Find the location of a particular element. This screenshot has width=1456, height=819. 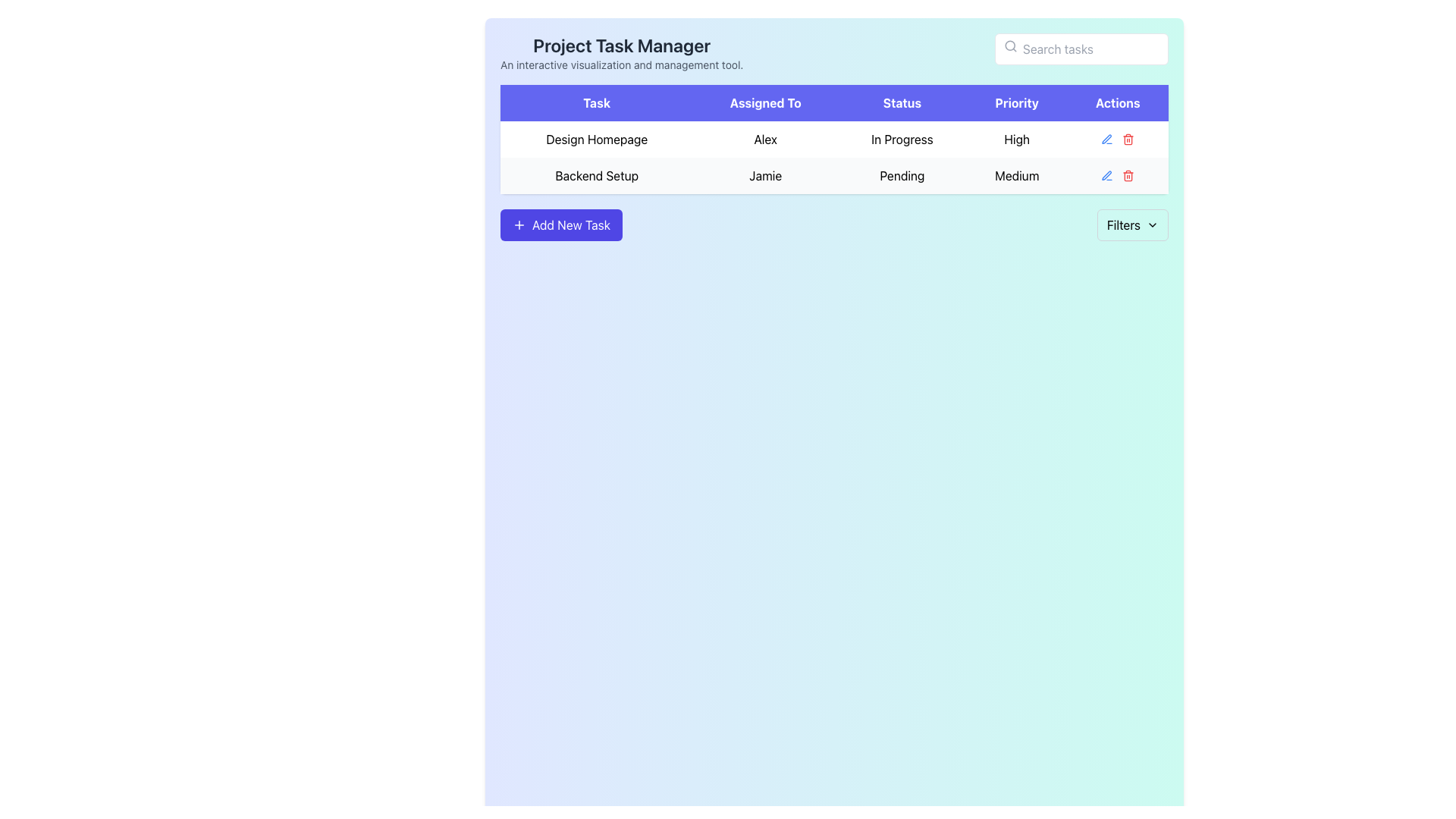

the first row in the task table, which displays task details including assignment, status, and priority is located at coordinates (833, 140).